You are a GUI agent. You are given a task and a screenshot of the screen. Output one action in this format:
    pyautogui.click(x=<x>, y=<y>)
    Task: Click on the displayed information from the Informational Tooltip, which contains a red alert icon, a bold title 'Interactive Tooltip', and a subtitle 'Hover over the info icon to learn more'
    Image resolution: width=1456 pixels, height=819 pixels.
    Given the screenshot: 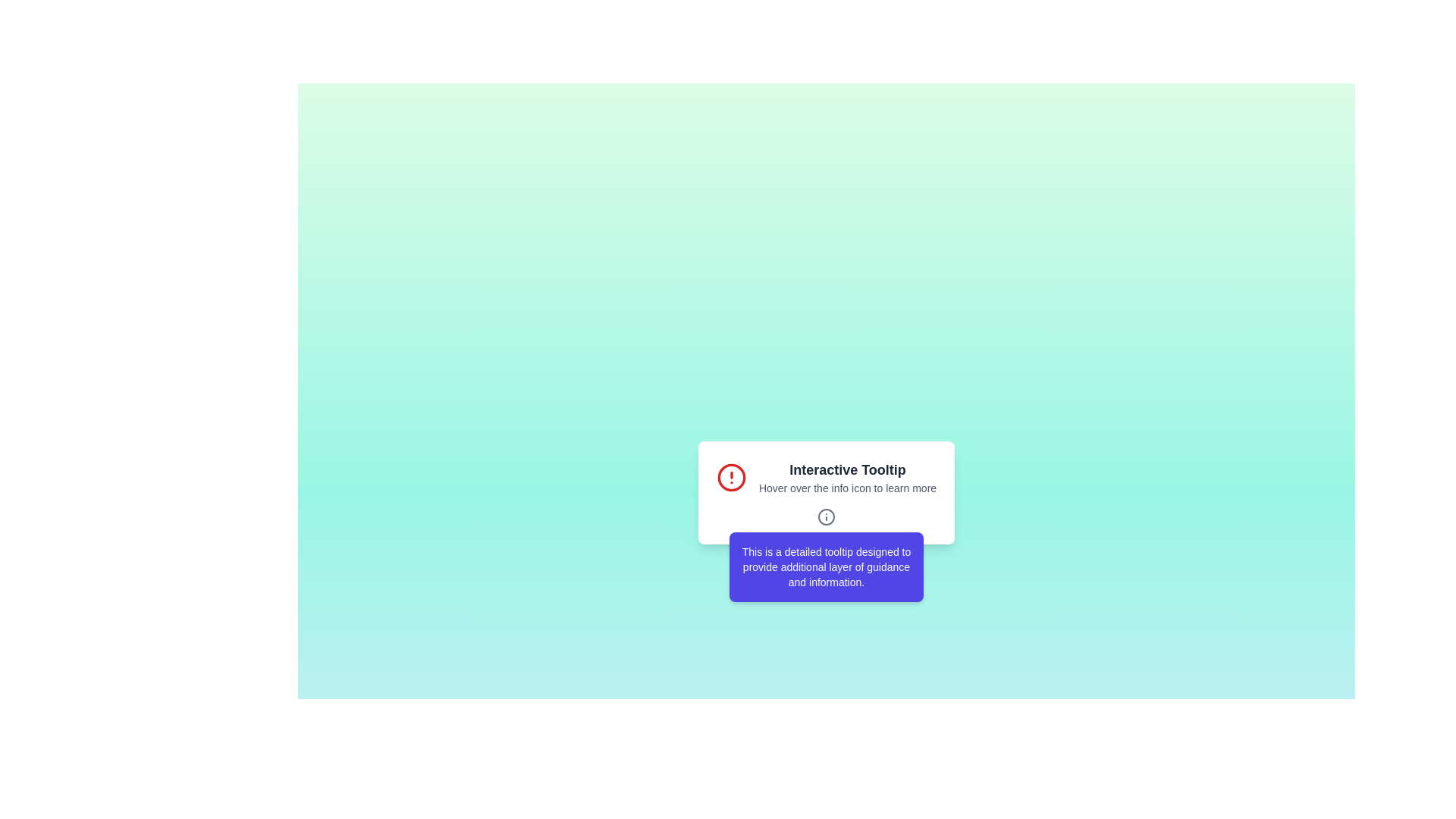 What is the action you would take?
    pyautogui.click(x=825, y=493)
    